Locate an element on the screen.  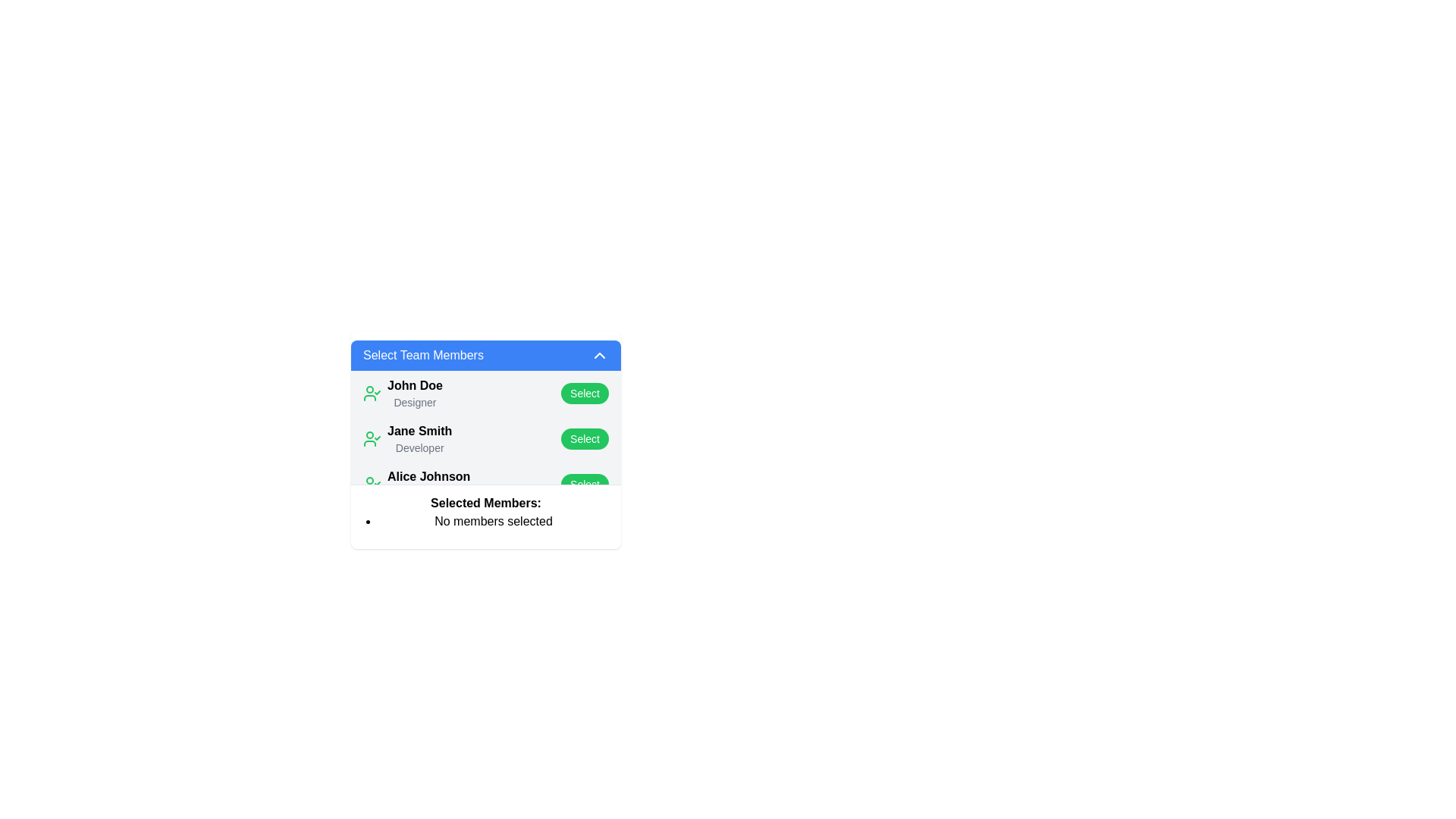
the List item featuring 'Alice Johnson' as a Project Manager, which is the third item in the 'Select Team Members' dropdown menu is located at coordinates (416, 485).